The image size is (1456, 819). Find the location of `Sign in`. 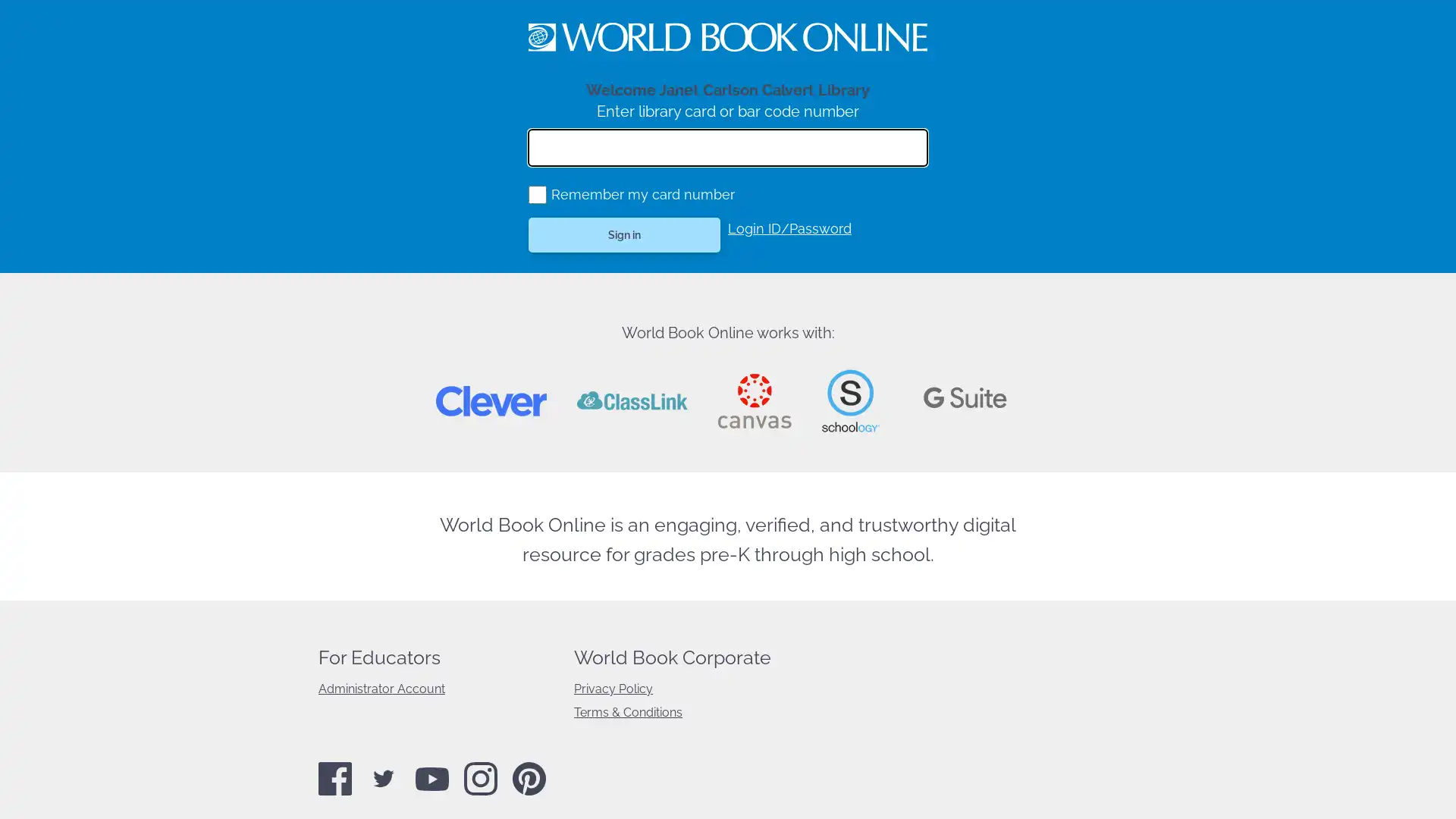

Sign in is located at coordinates (624, 234).